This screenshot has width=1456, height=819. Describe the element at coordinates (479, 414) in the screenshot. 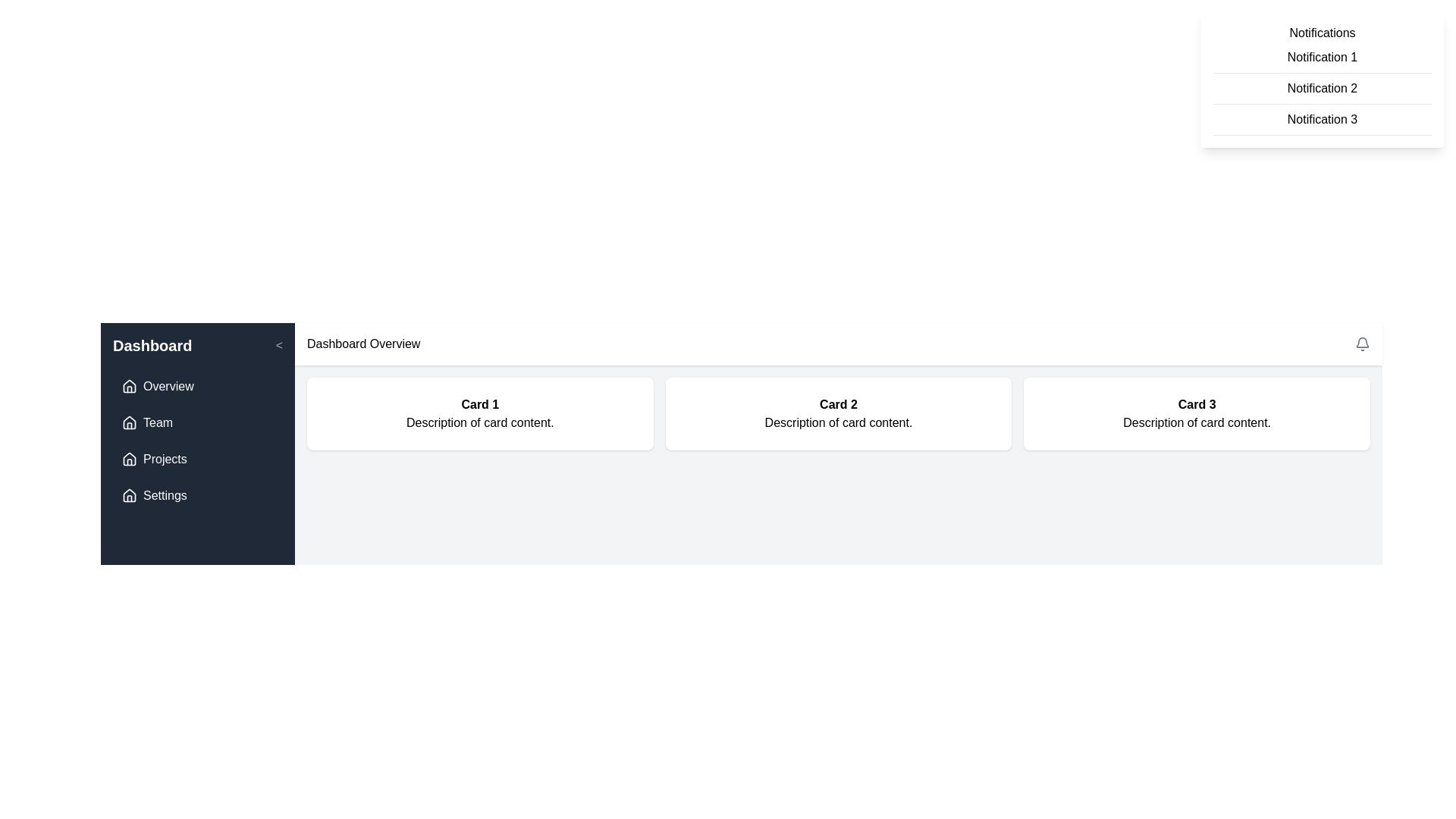

I see `the first informational card located in the central part of the interface, which contains a title and a description` at that location.